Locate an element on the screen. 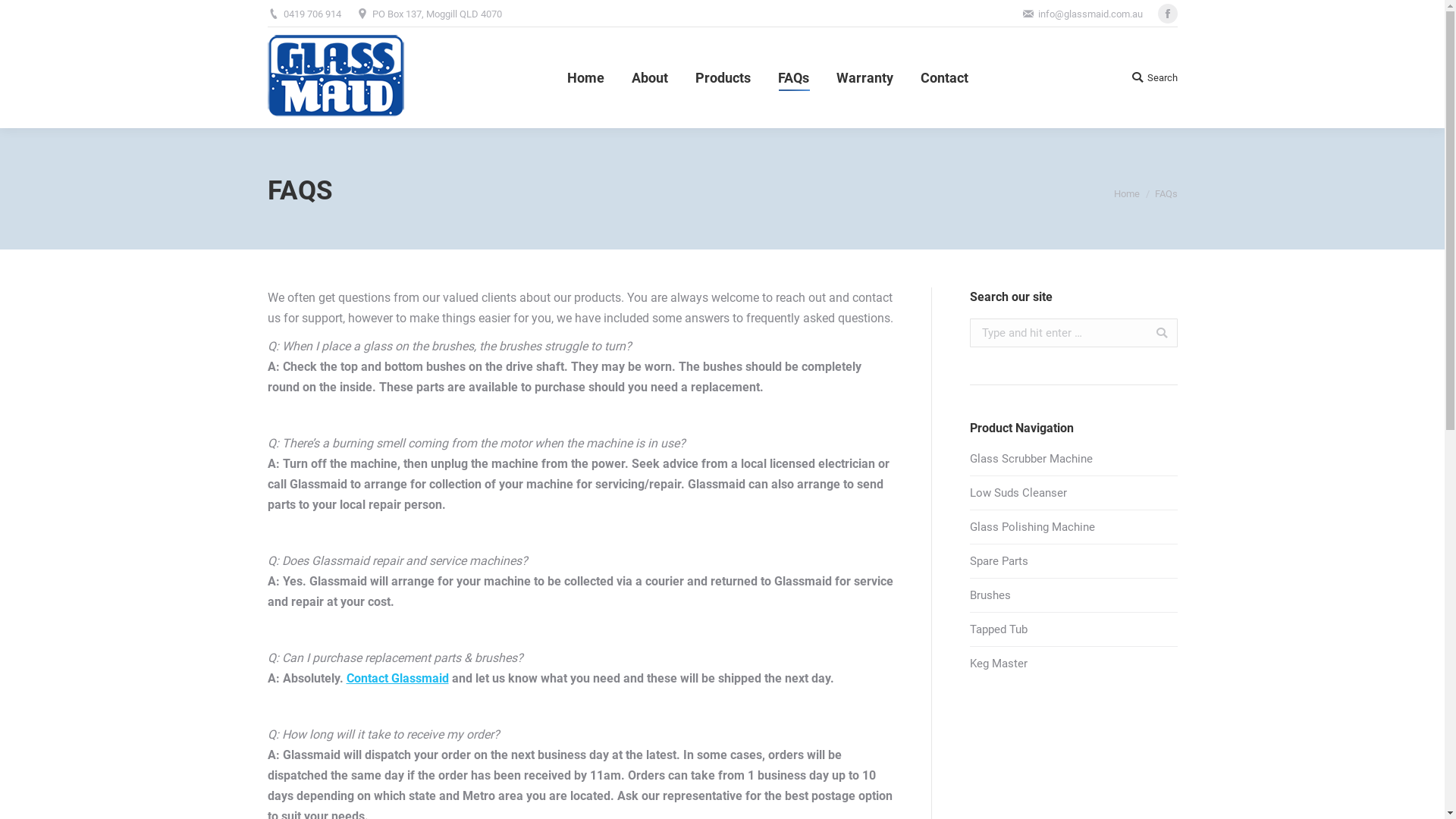  'Home' is located at coordinates (1125, 193).